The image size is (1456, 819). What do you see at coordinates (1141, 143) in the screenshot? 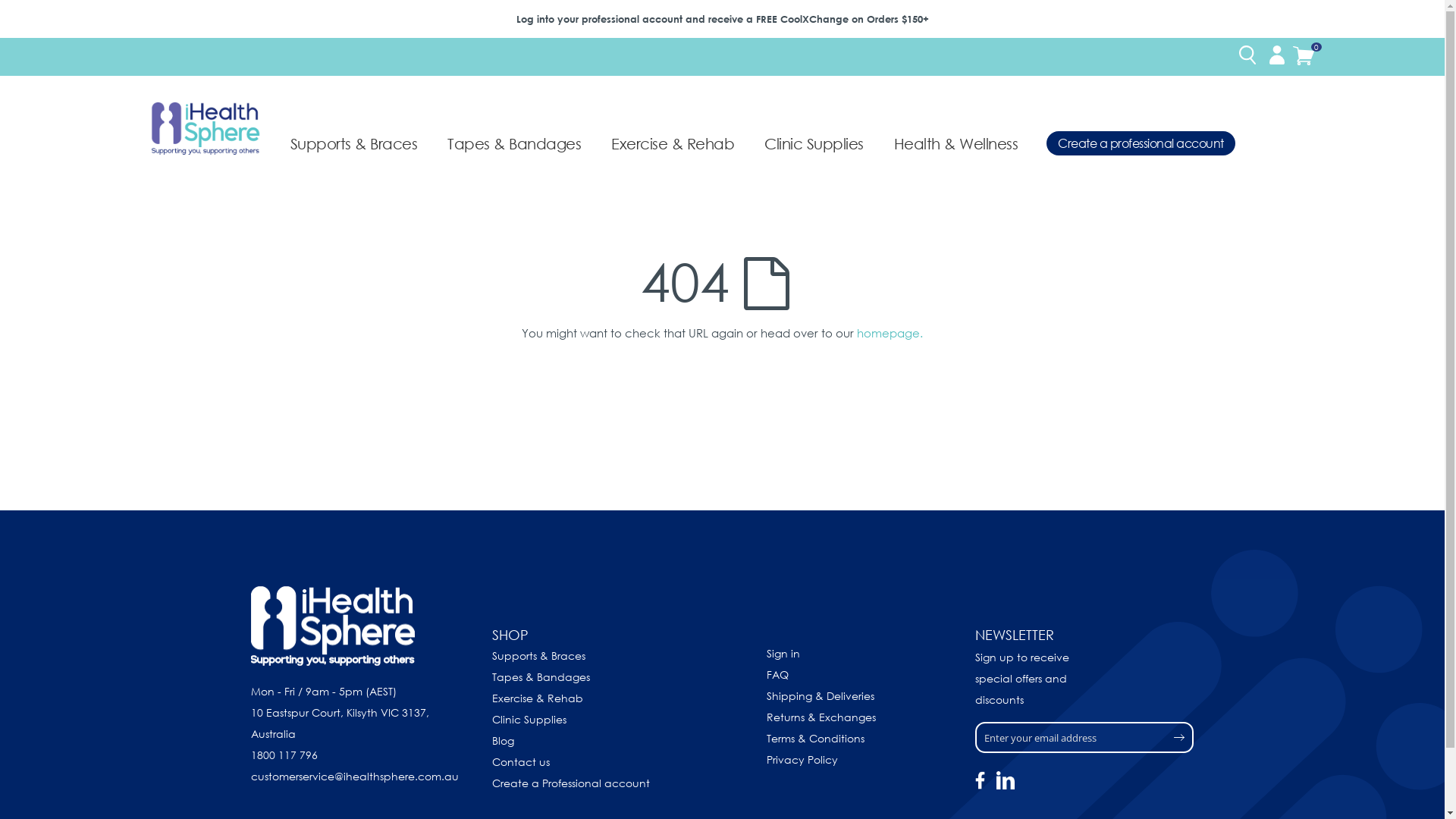
I see `'Create a professional account'` at bounding box center [1141, 143].